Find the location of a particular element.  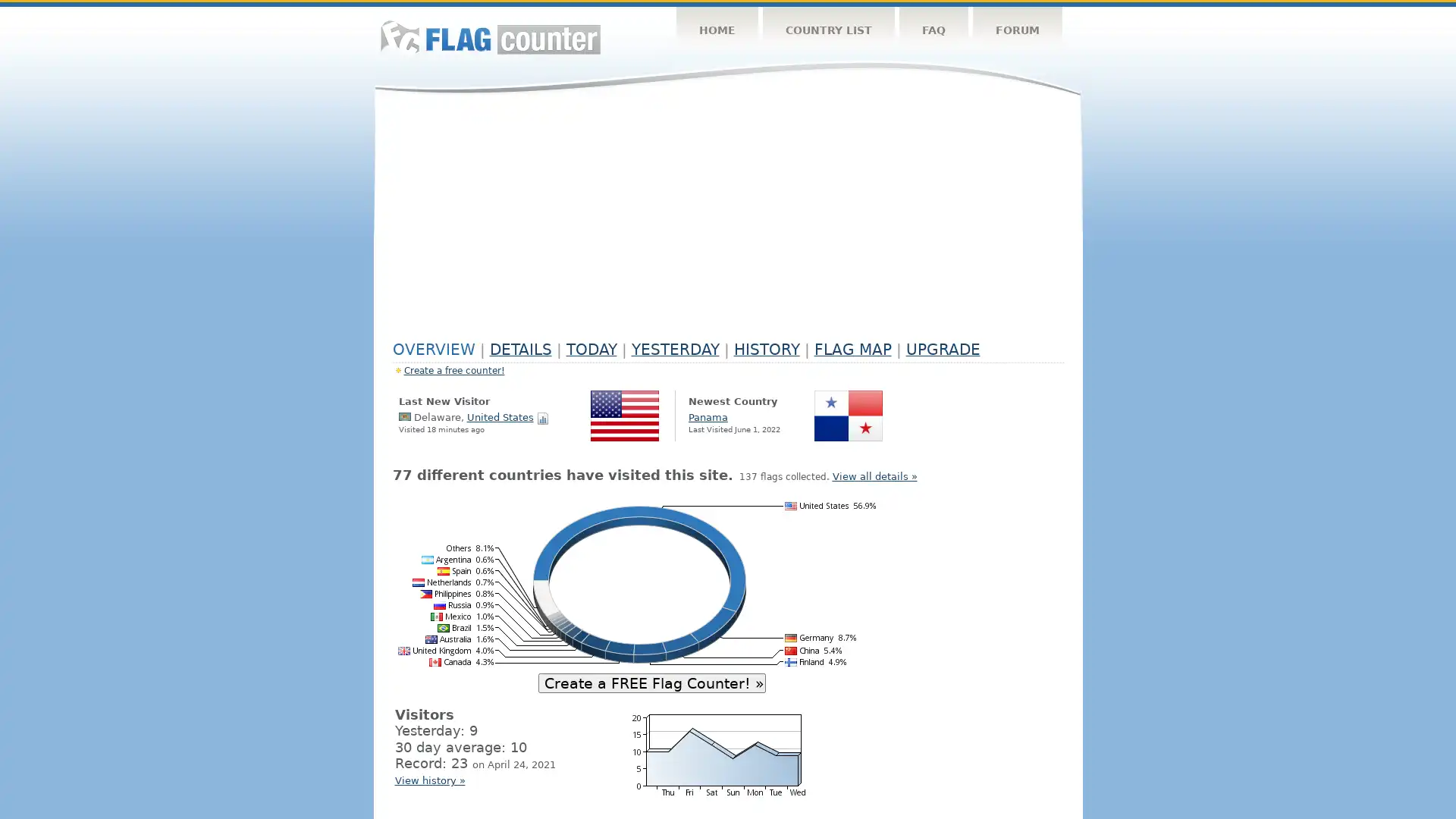

Create a FREE Flag Counter! is located at coordinates (651, 681).